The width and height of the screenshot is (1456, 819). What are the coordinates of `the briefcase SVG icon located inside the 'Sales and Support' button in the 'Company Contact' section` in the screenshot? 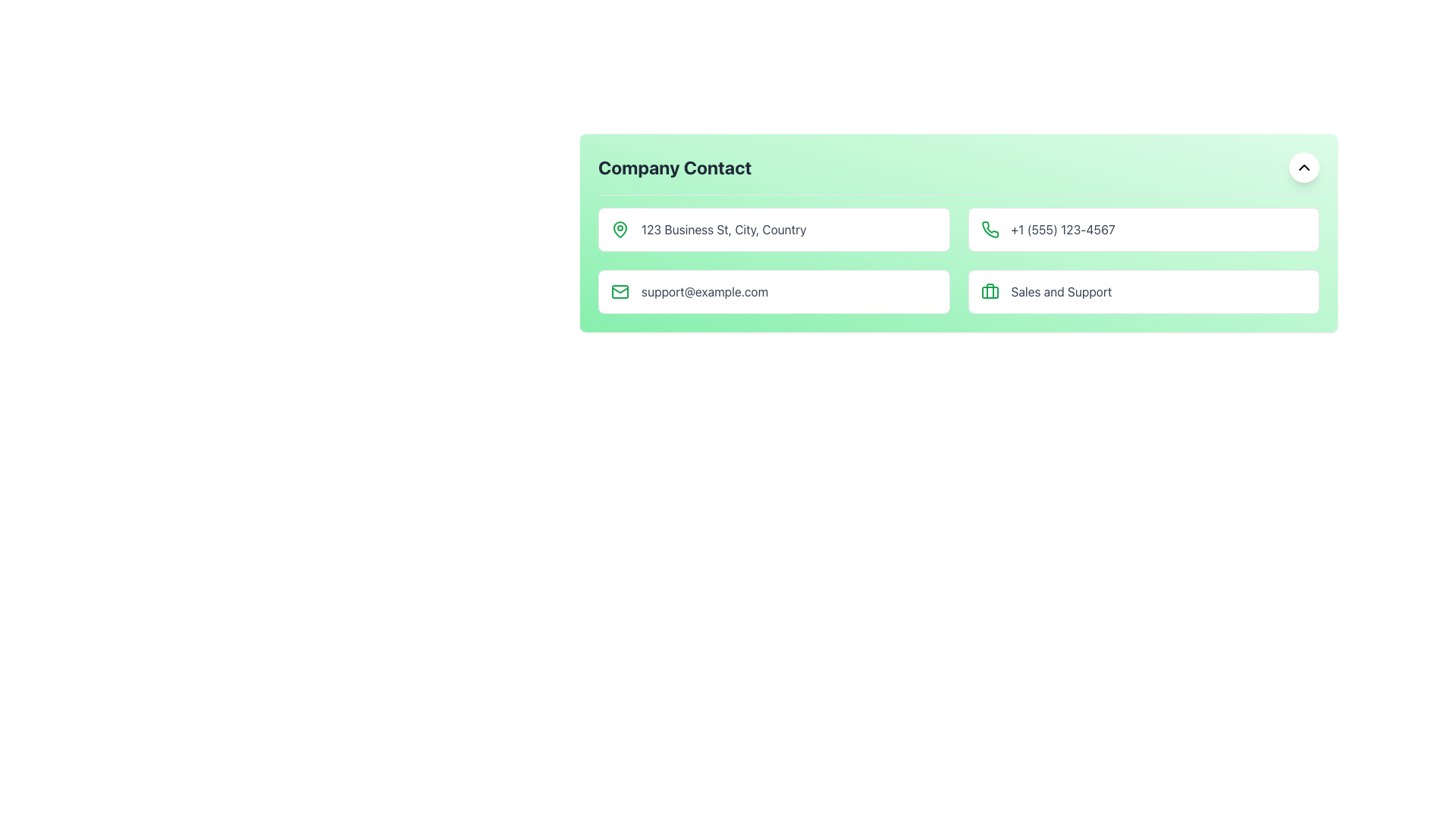 It's located at (990, 292).